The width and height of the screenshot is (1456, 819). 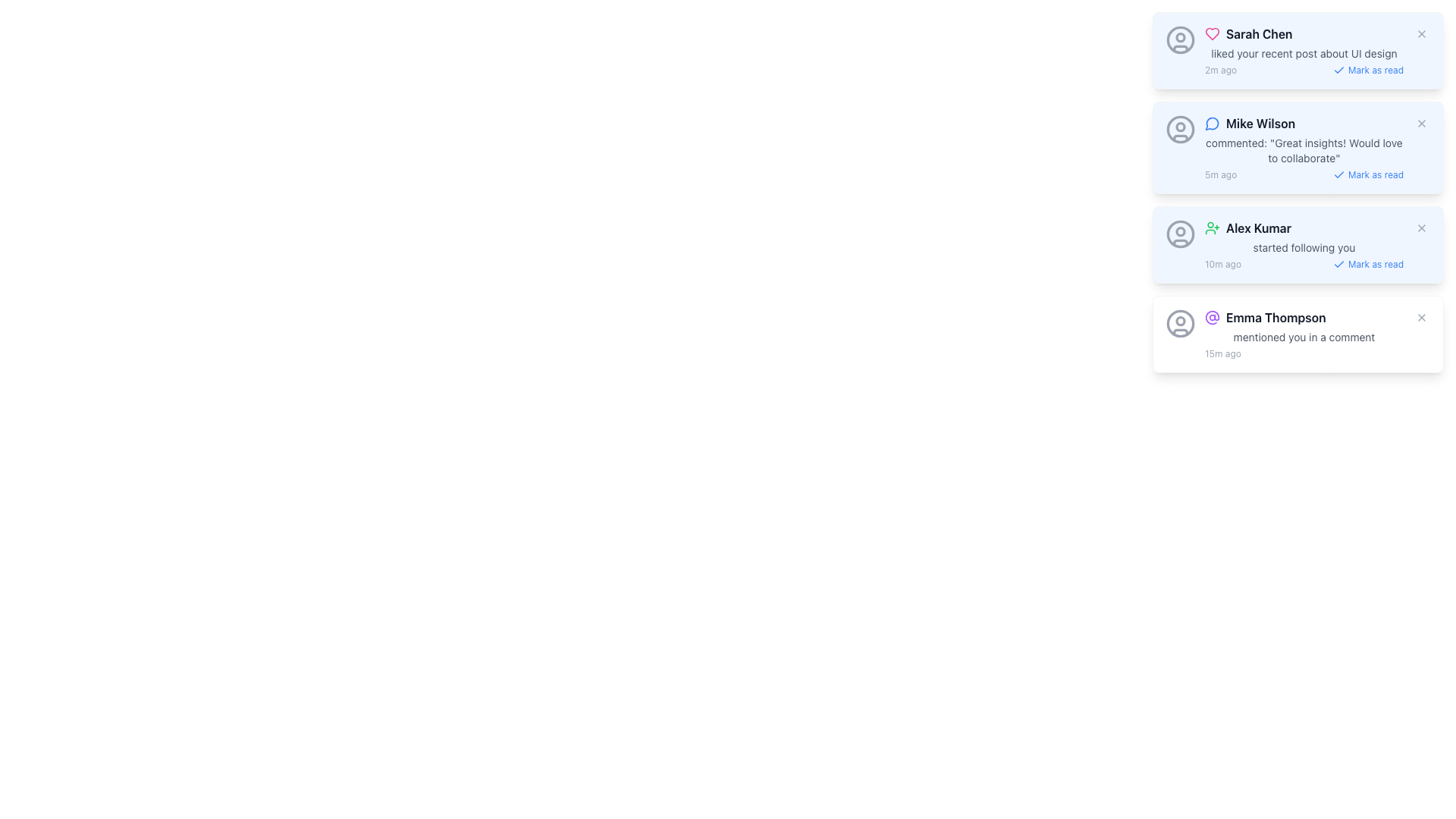 What do you see at coordinates (1179, 234) in the screenshot?
I see `the circular part of the profile icon representing user Alex Kumar in the third notification entry titled 'Alex Kumar started following you'` at bounding box center [1179, 234].